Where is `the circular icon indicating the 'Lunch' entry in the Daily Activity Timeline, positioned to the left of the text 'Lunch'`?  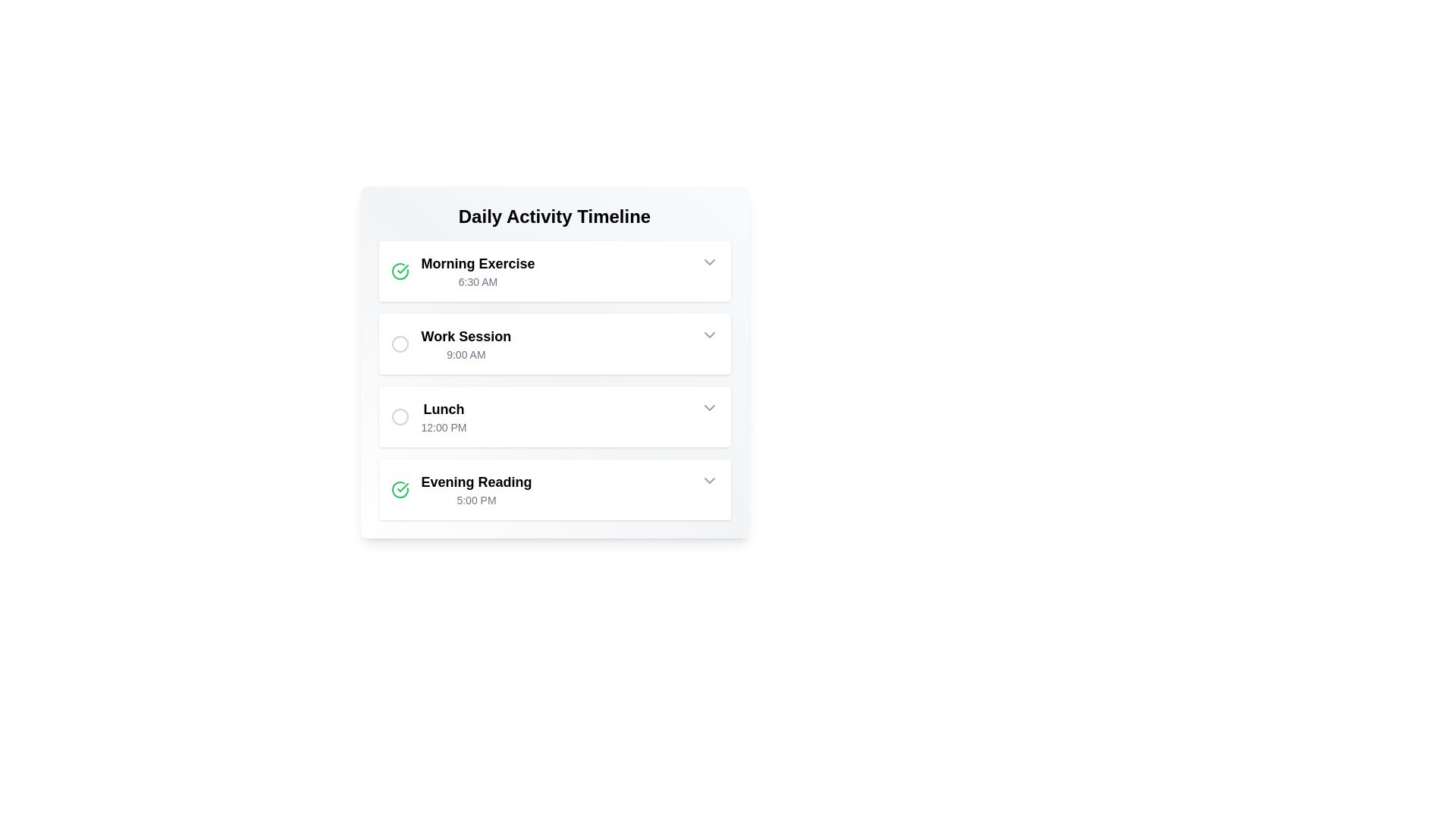 the circular icon indicating the 'Lunch' entry in the Daily Activity Timeline, positioned to the left of the text 'Lunch' is located at coordinates (400, 417).